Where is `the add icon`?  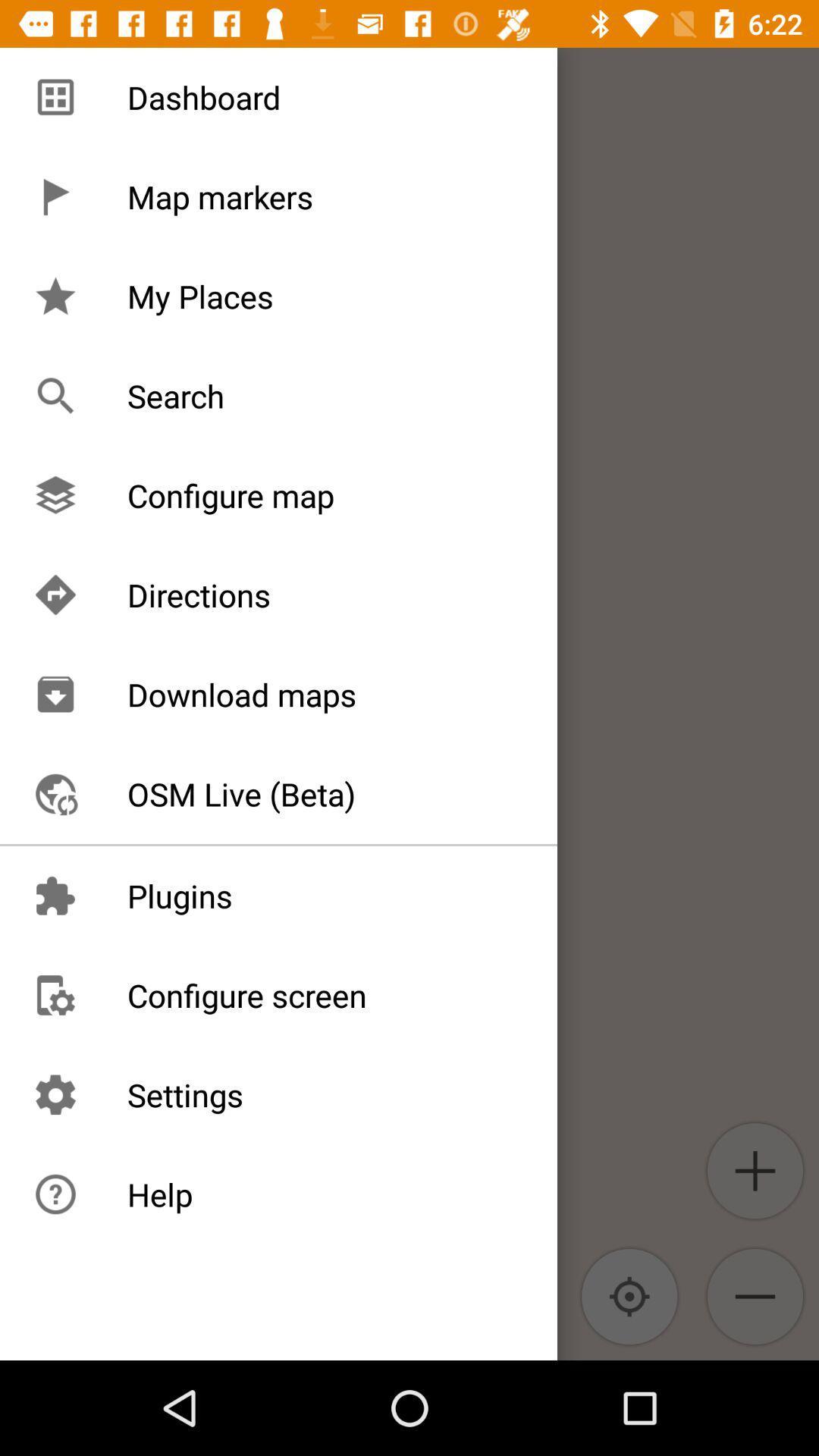 the add icon is located at coordinates (55, 102).